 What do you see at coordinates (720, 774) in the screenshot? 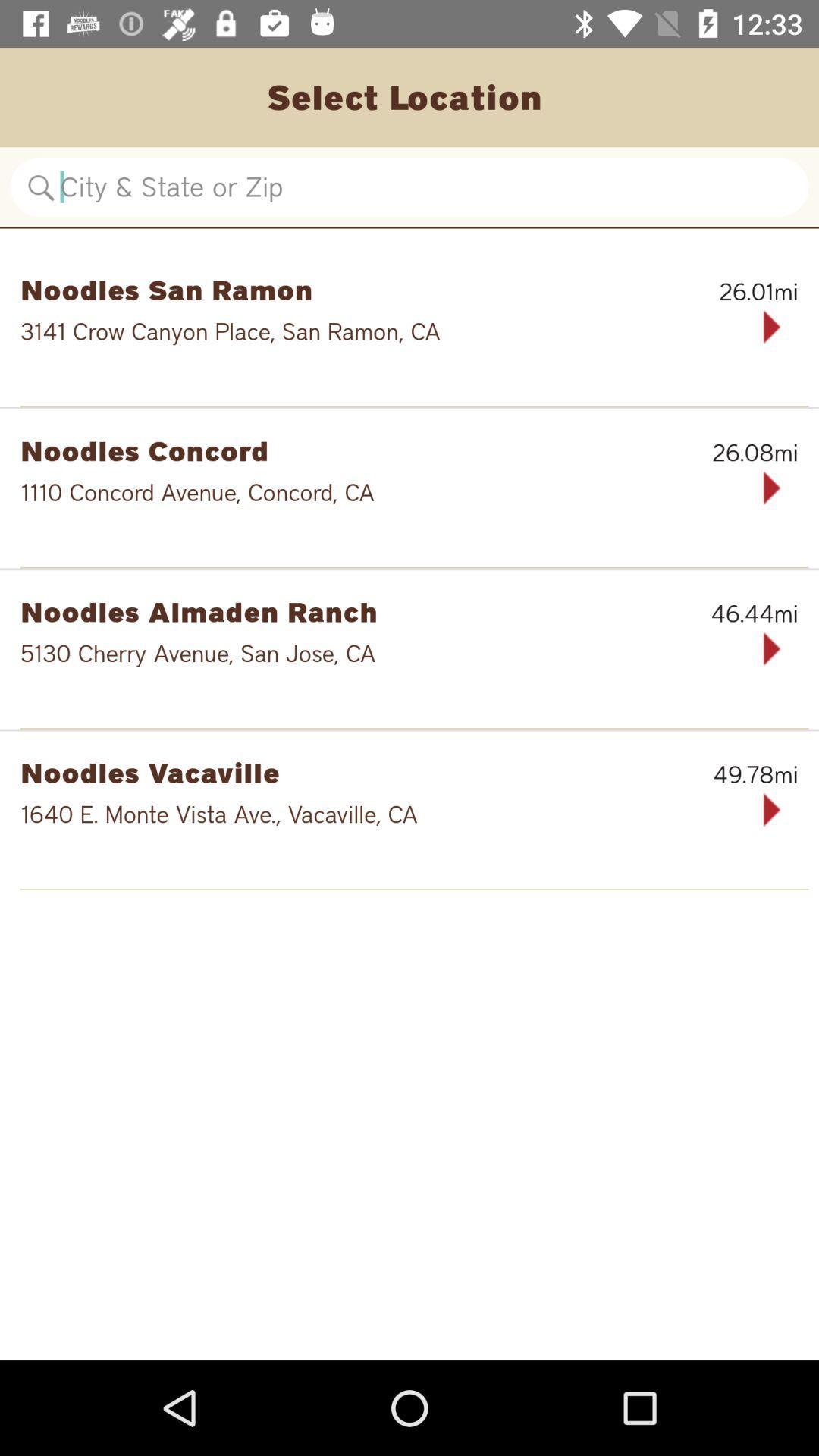
I see `item next to noodles vacaville` at bounding box center [720, 774].